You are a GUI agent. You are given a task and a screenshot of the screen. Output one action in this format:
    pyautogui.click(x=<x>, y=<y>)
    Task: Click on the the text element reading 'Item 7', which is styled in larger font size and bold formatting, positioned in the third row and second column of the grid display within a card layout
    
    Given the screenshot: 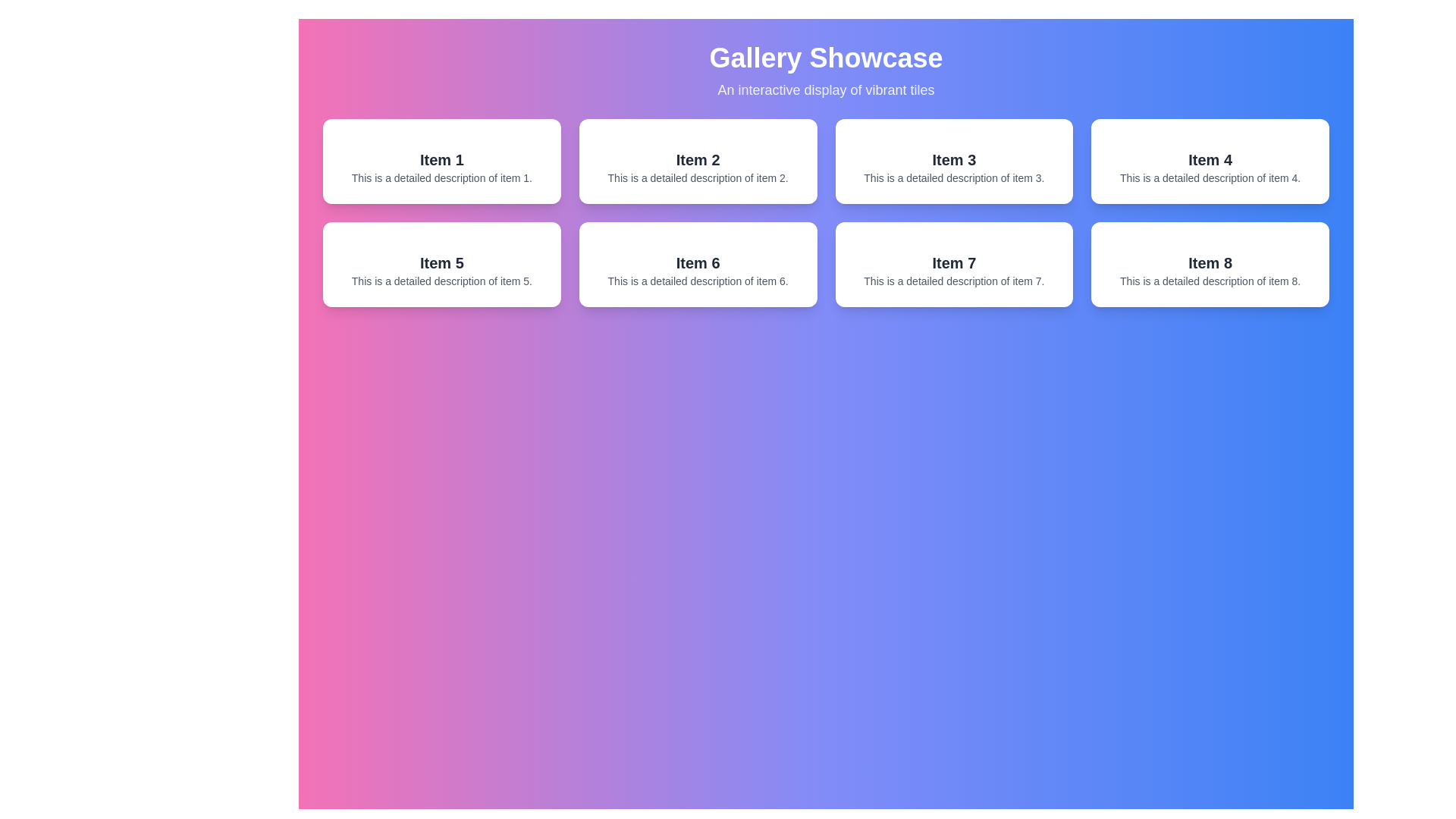 What is the action you would take?
    pyautogui.click(x=953, y=262)
    